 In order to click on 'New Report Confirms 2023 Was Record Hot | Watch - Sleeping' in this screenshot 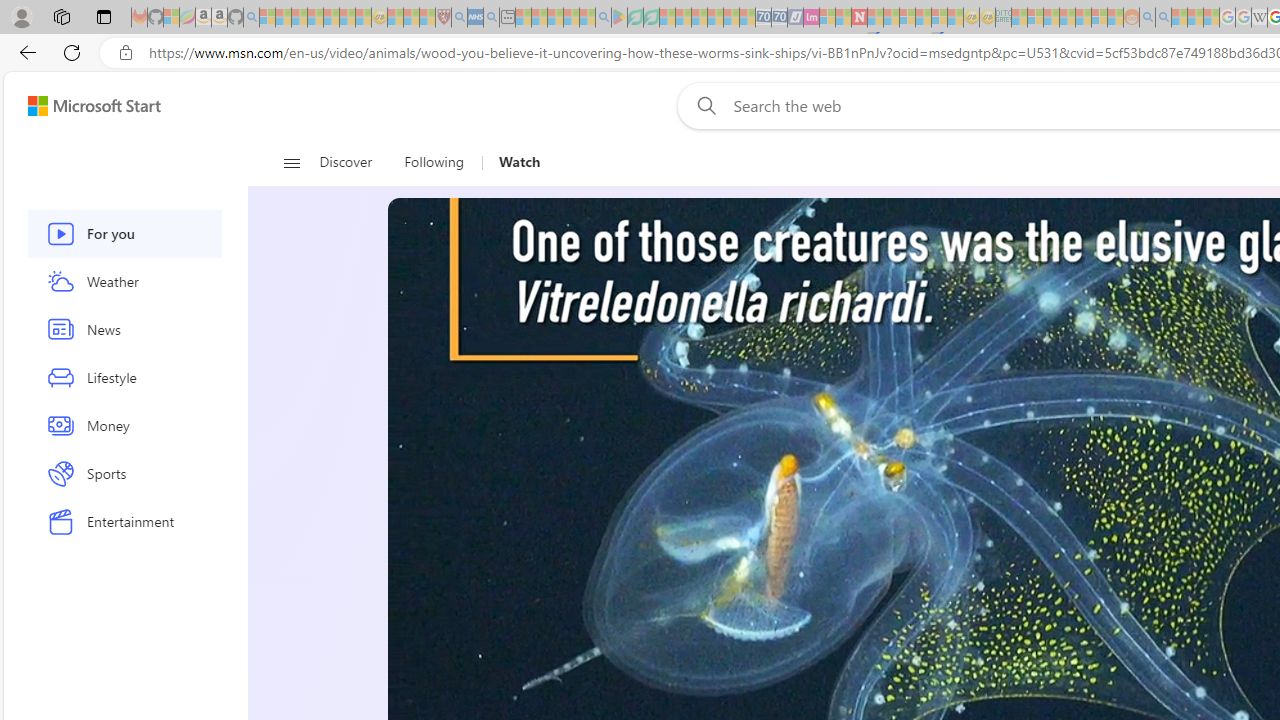, I will do `click(331, 17)`.